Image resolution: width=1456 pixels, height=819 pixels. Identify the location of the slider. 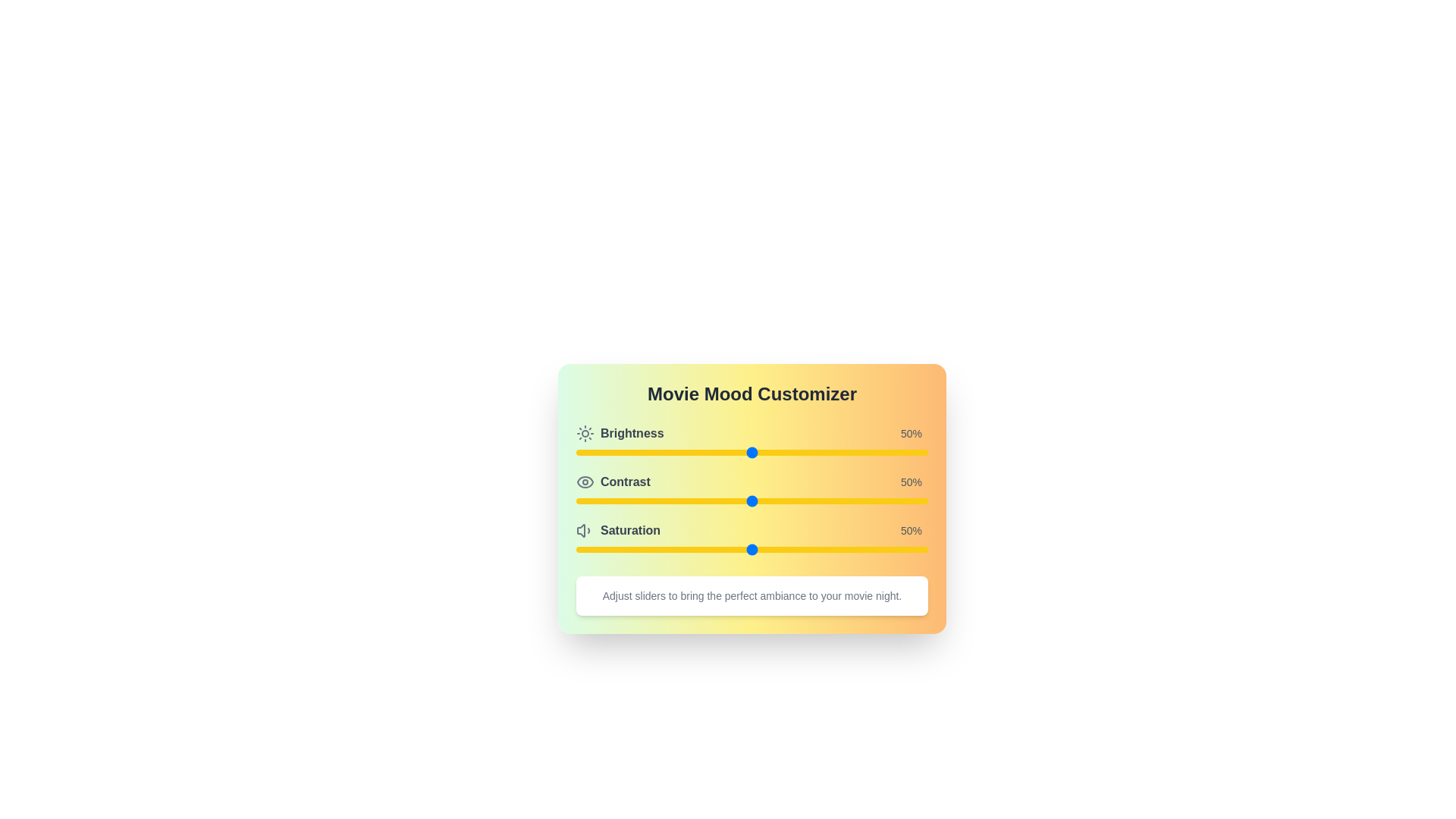
(762, 550).